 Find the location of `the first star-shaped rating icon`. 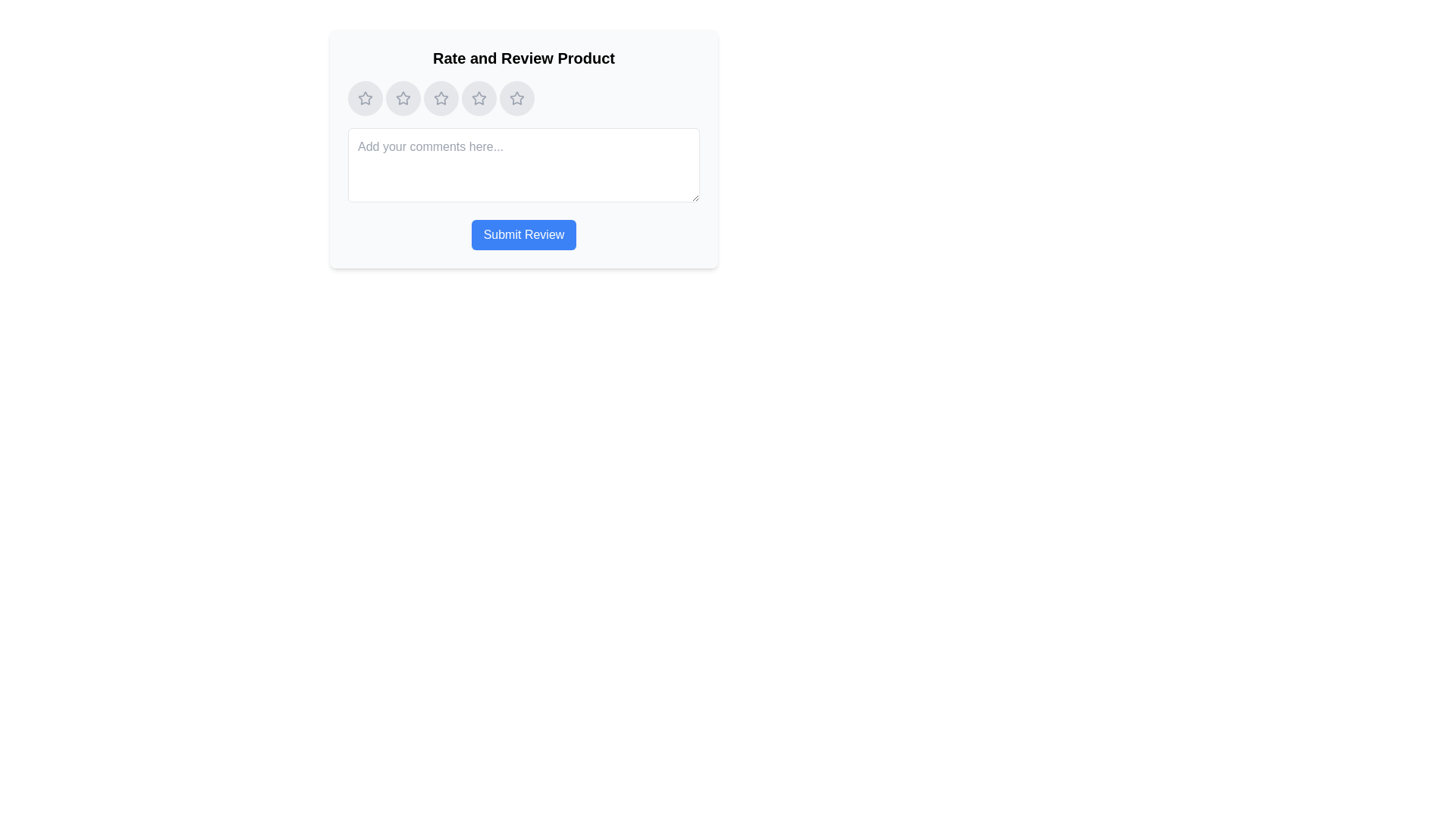

the first star-shaped rating icon is located at coordinates (365, 98).